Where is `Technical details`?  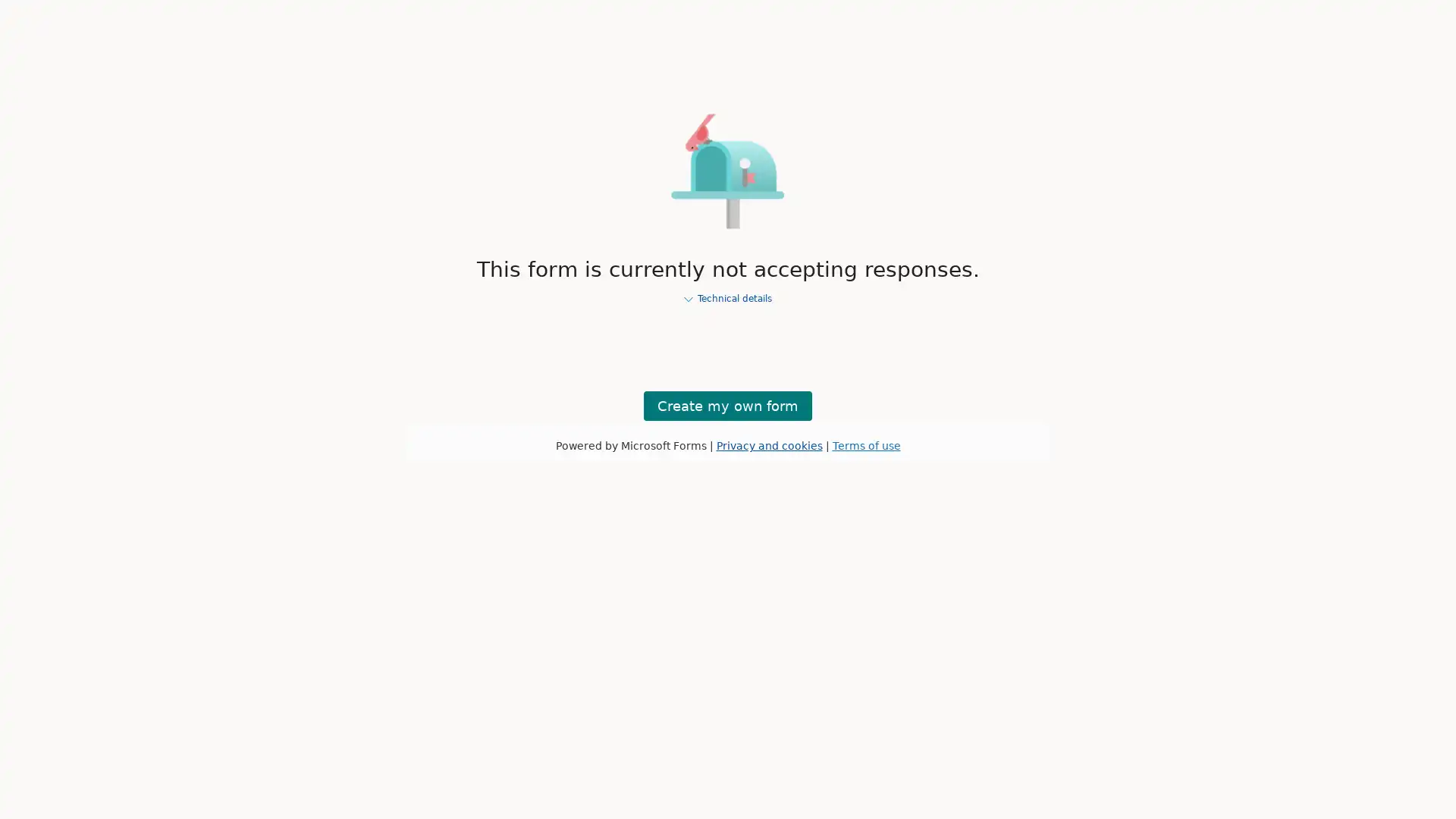
Technical details is located at coordinates (728, 299).